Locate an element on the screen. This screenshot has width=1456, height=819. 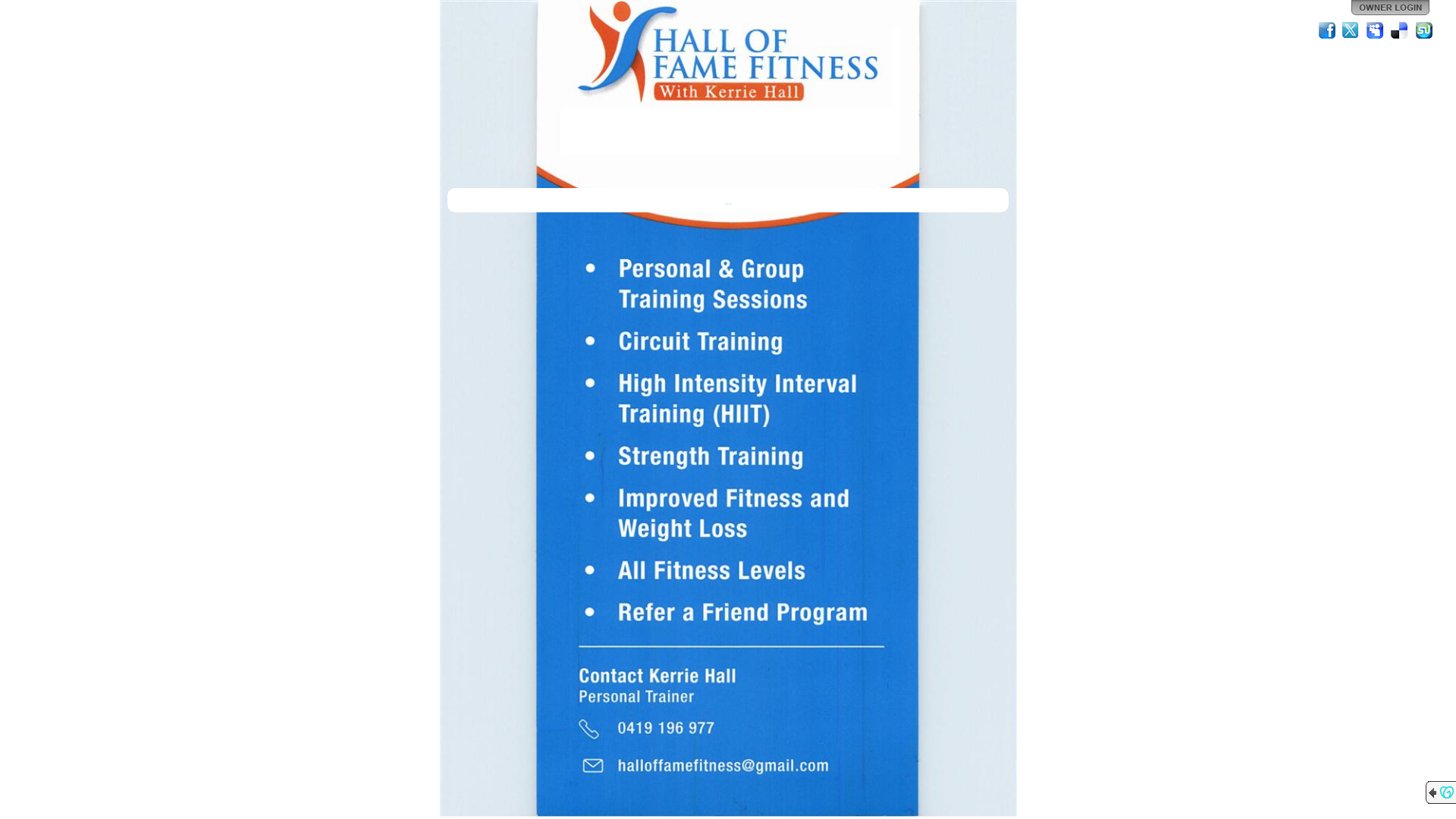
'Del.icio.us' is located at coordinates (1399, 30).